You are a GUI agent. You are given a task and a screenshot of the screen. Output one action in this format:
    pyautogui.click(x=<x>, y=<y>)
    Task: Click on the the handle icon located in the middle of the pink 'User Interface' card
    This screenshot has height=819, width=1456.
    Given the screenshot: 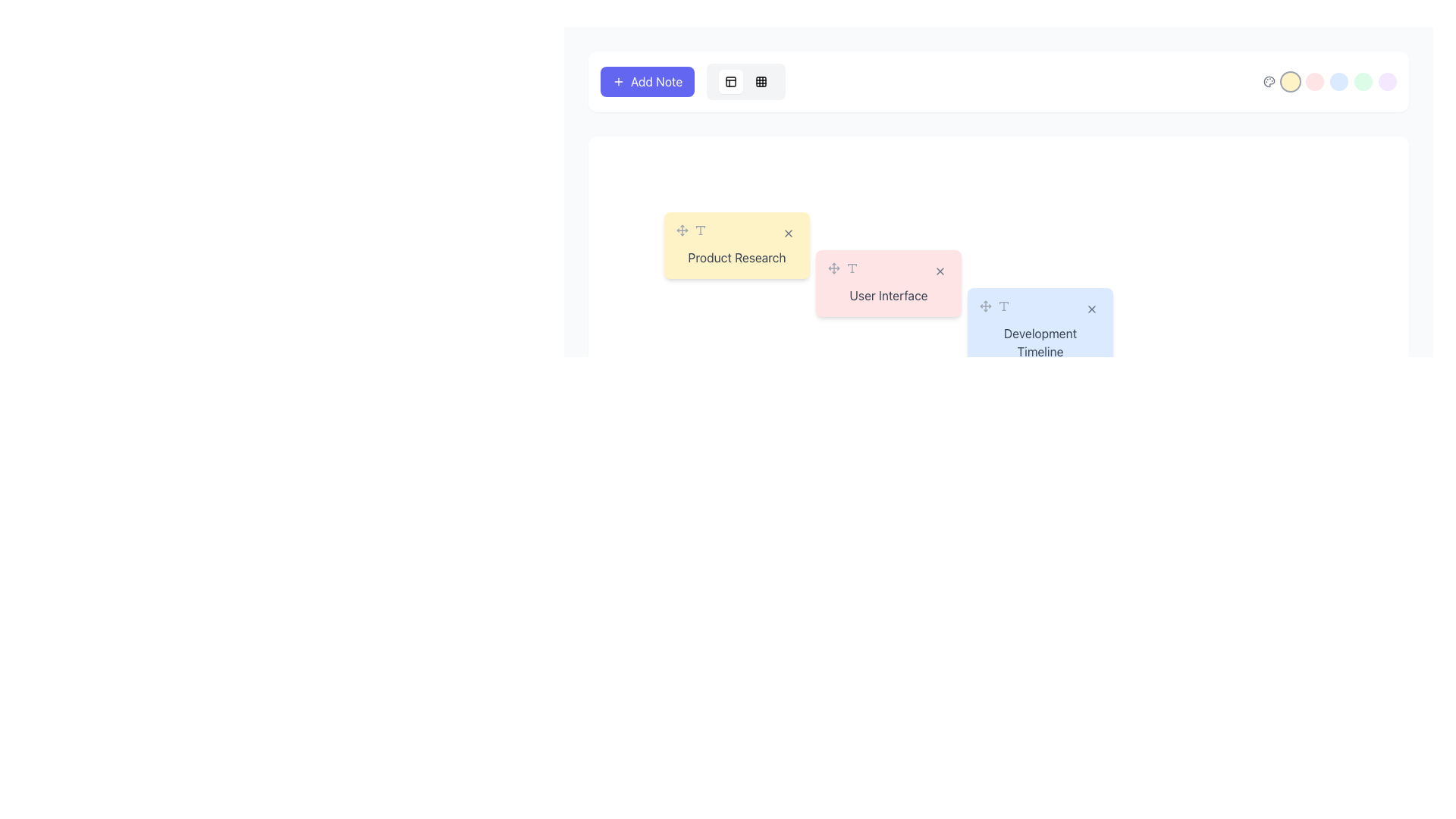 What is the action you would take?
    pyautogui.click(x=833, y=268)
    